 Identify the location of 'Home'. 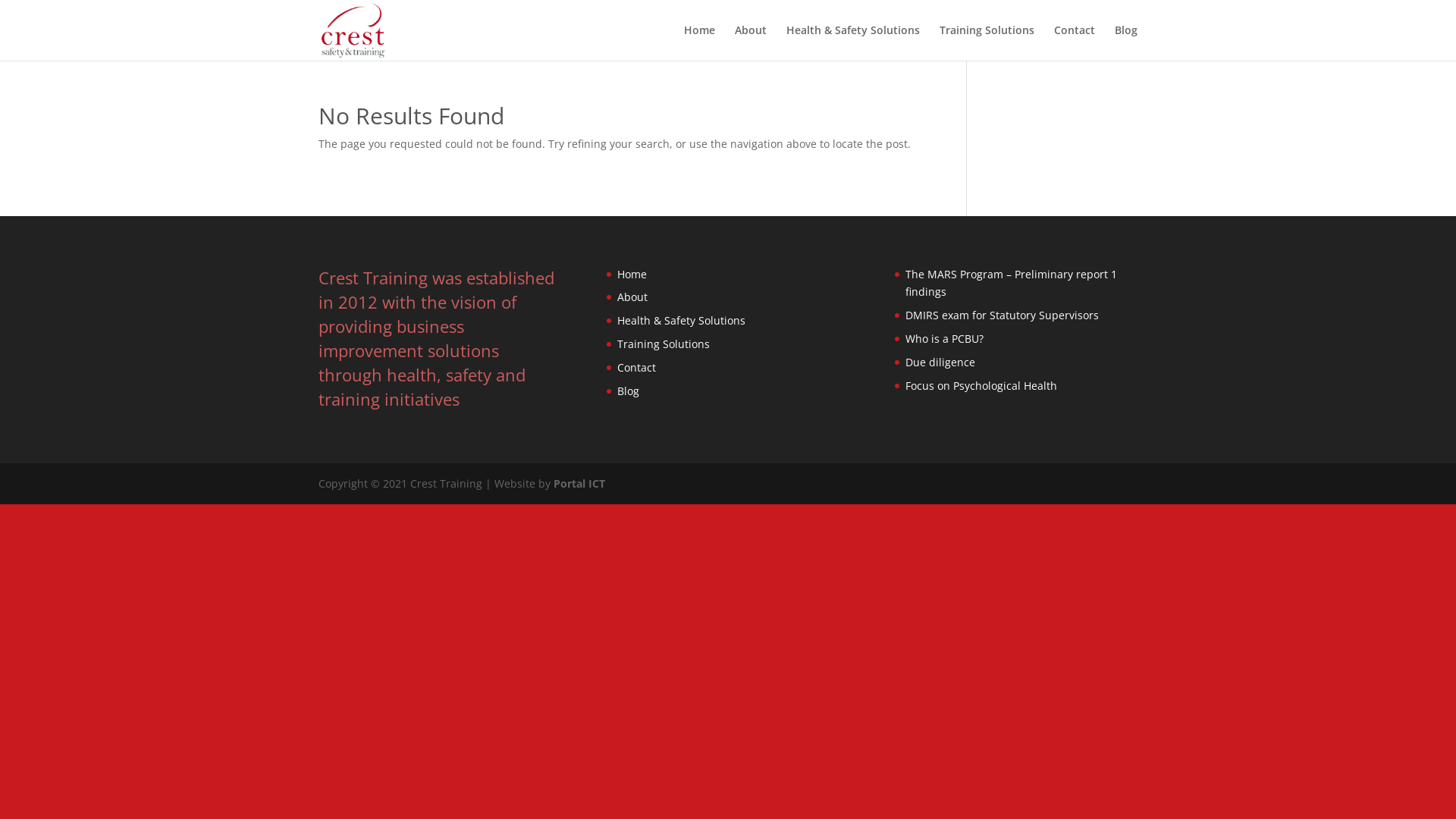
(698, 42).